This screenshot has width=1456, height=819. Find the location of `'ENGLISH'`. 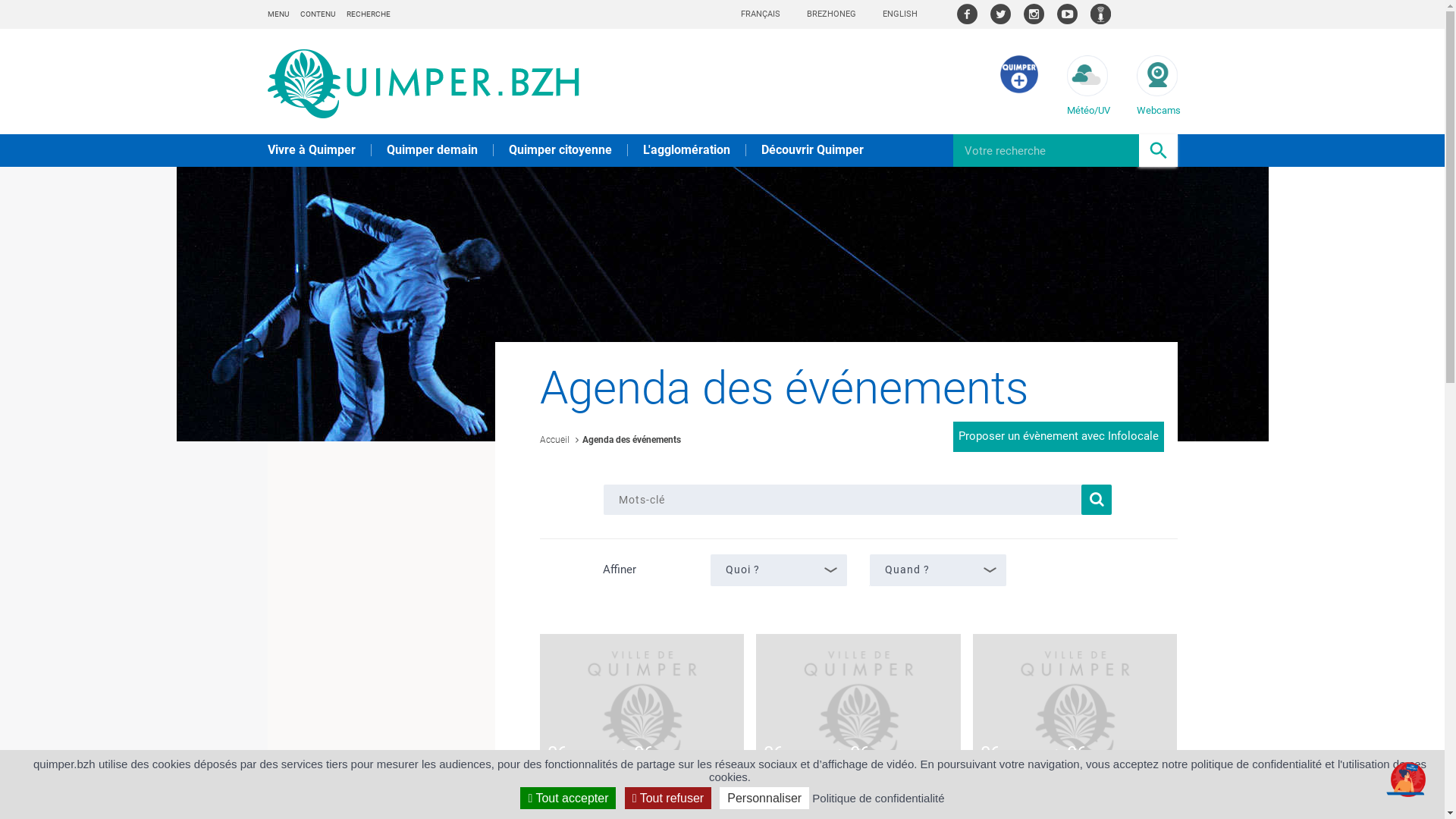

'ENGLISH' is located at coordinates (899, 14).